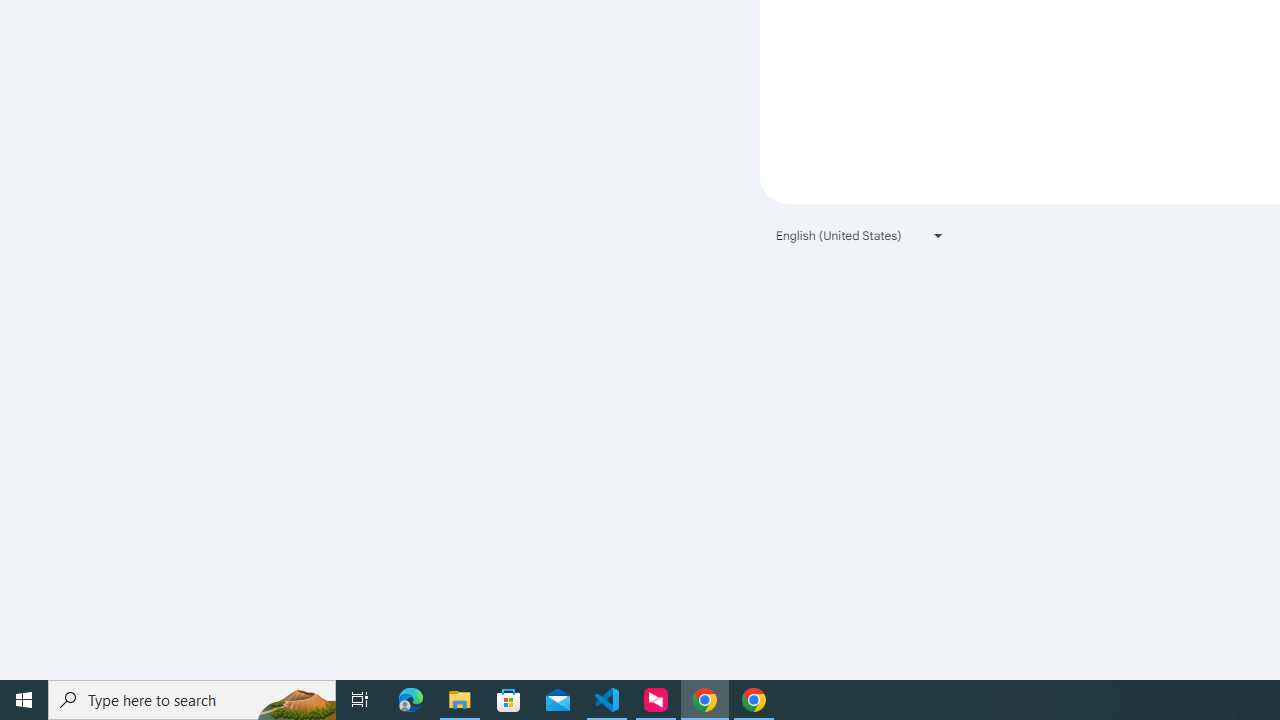 The width and height of the screenshot is (1280, 720). Describe the element at coordinates (860, 234) in the screenshot. I see `'English (United States)'` at that location.